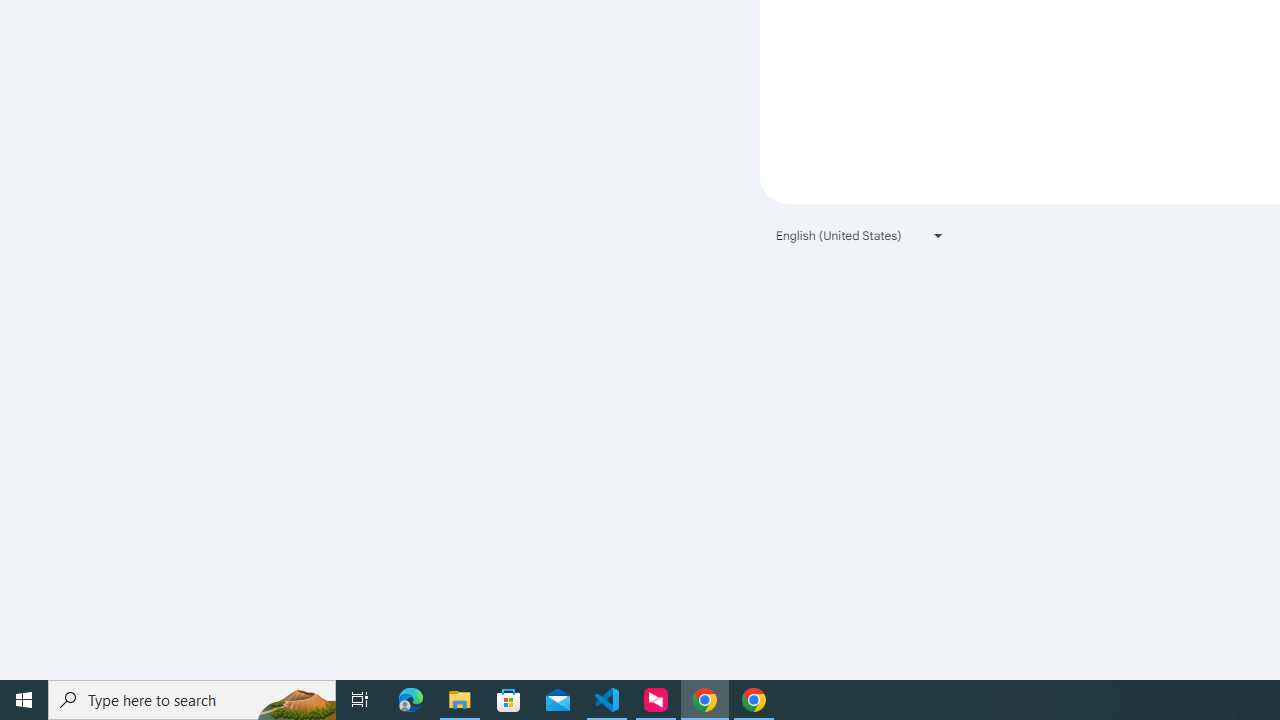 The width and height of the screenshot is (1280, 720). Describe the element at coordinates (860, 234) in the screenshot. I see `'English (United States)'` at that location.